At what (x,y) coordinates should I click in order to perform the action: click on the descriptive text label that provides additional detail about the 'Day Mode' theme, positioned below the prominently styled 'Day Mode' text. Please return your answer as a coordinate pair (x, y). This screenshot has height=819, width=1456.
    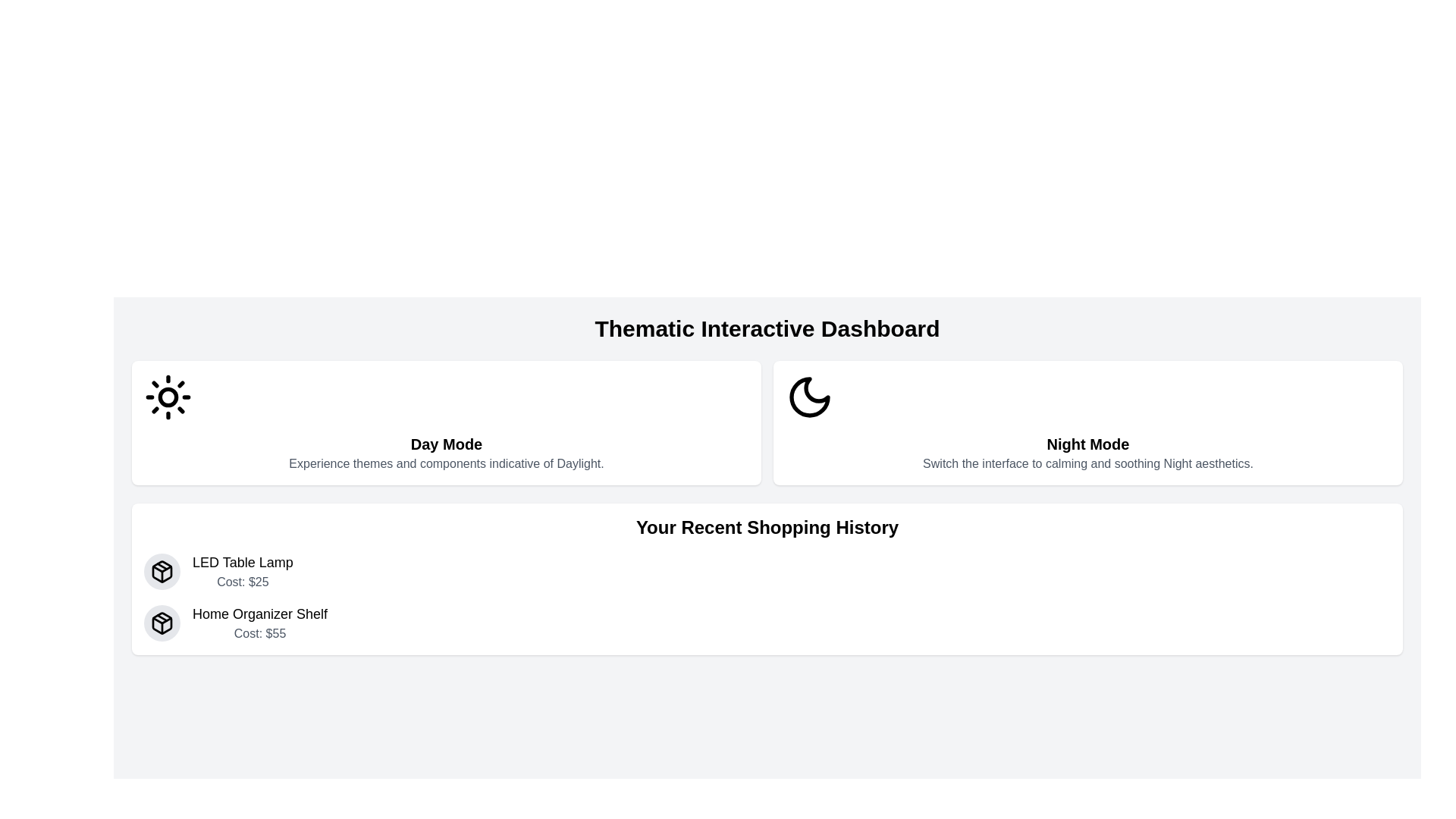
    Looking at the image, I should click on (446, 463).